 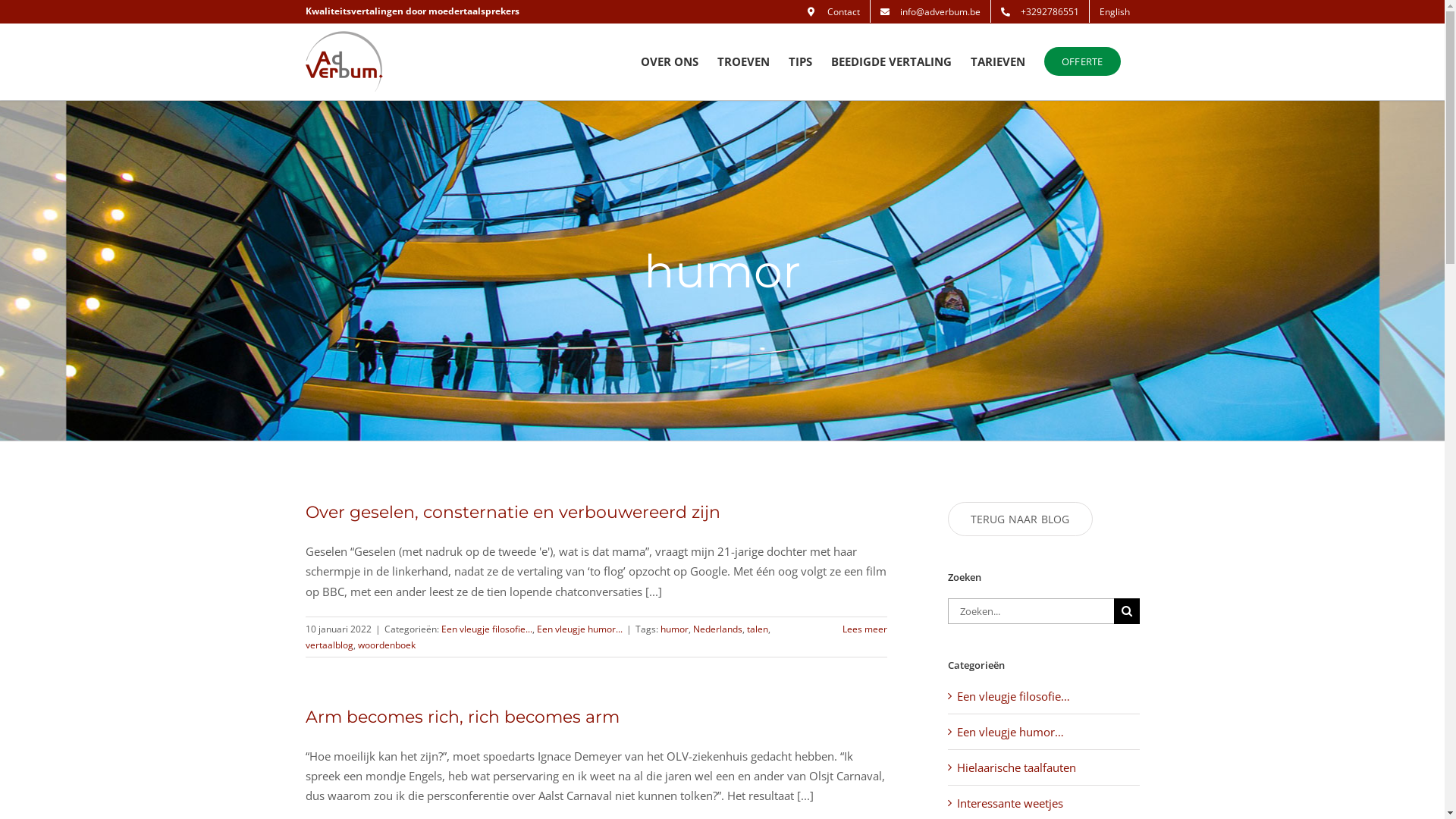 What do you see at coordinates (799, 61) in the screenshot?
I see `'TIPS'` at bounding box center [799, 61].